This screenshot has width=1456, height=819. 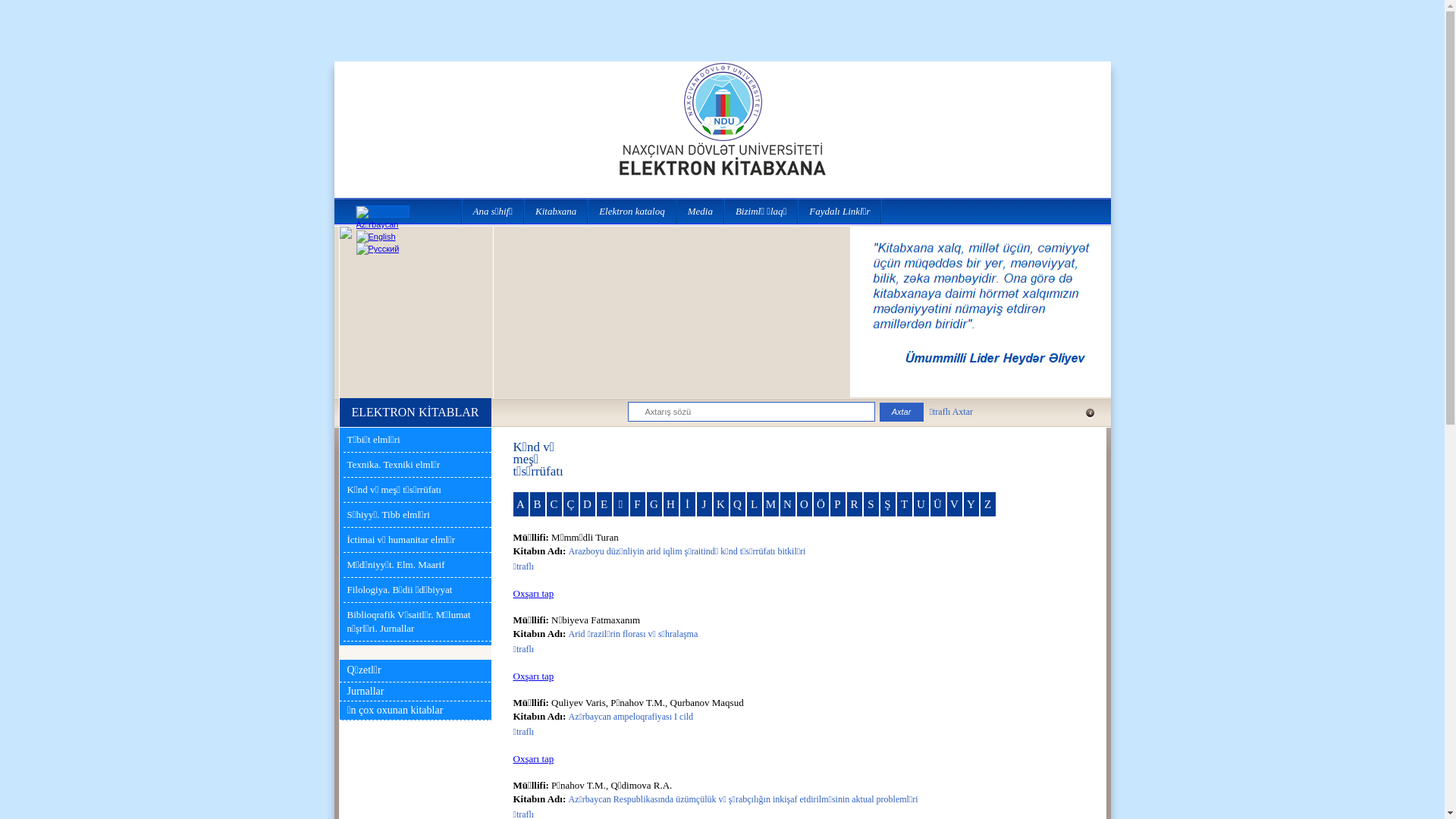 I want to click on 'V', so click(x=949, y=504).